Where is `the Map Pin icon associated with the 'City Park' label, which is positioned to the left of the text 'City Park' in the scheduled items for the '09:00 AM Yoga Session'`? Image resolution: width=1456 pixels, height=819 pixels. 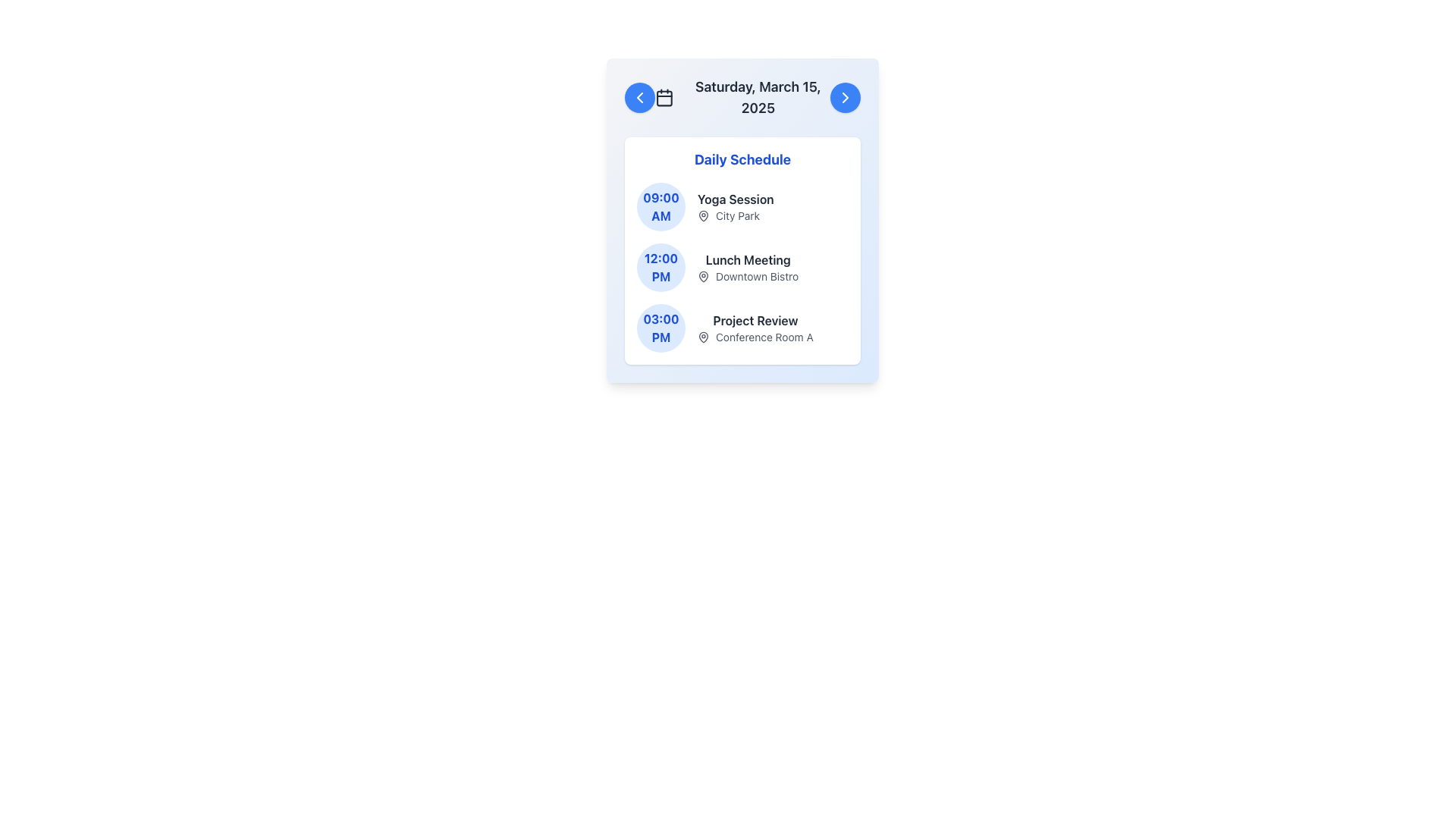
the Map Pin icon associated with the 'City Park' label, which is positioned to the left of the text 'City Park' in the scheduled items for the '09:00 AM Yoga Session' is located at coordinates (702, 216).